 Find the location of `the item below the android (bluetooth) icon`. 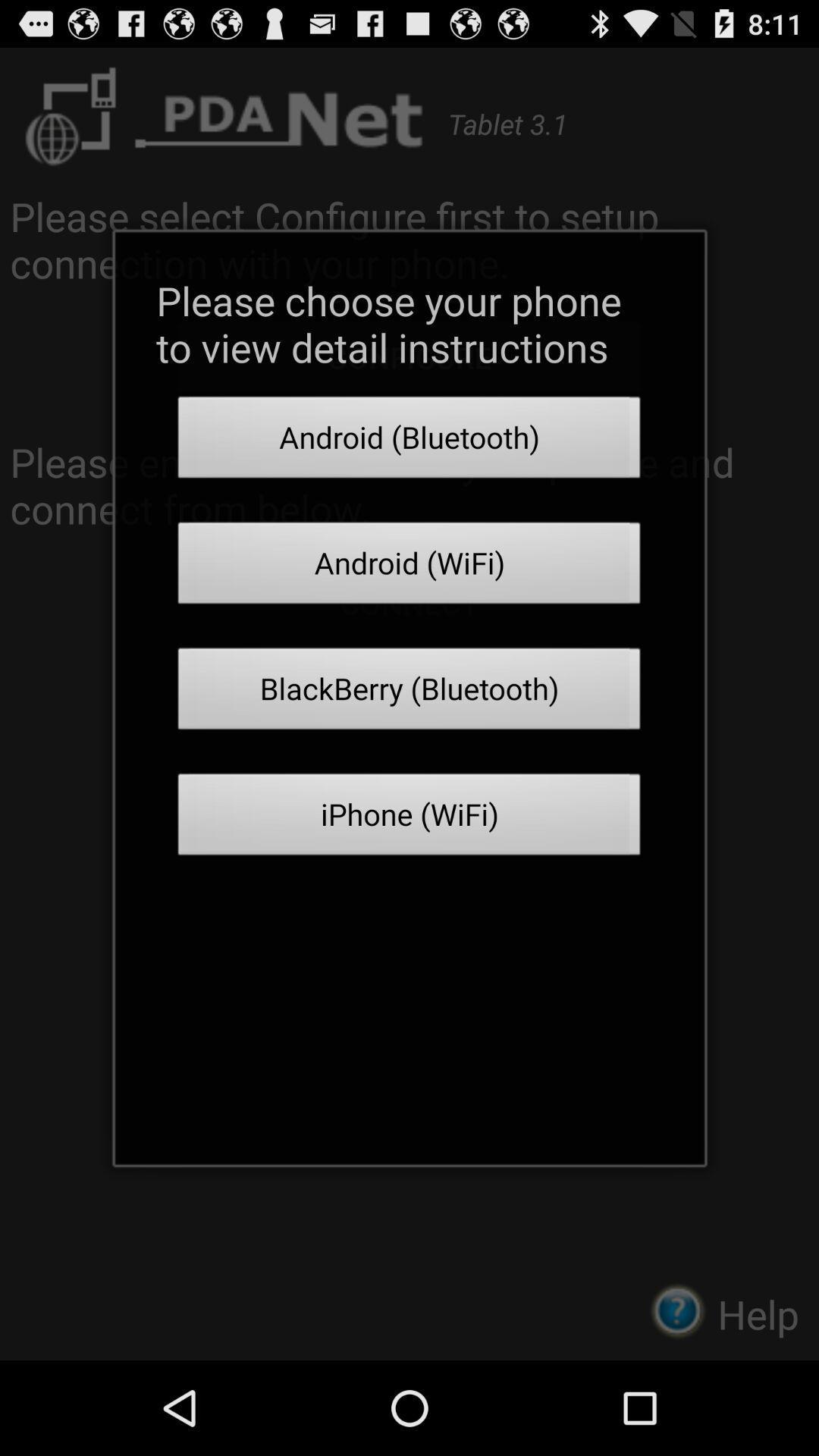

the item below the android (bluetooth) icon is located at coordinates (409, 566).